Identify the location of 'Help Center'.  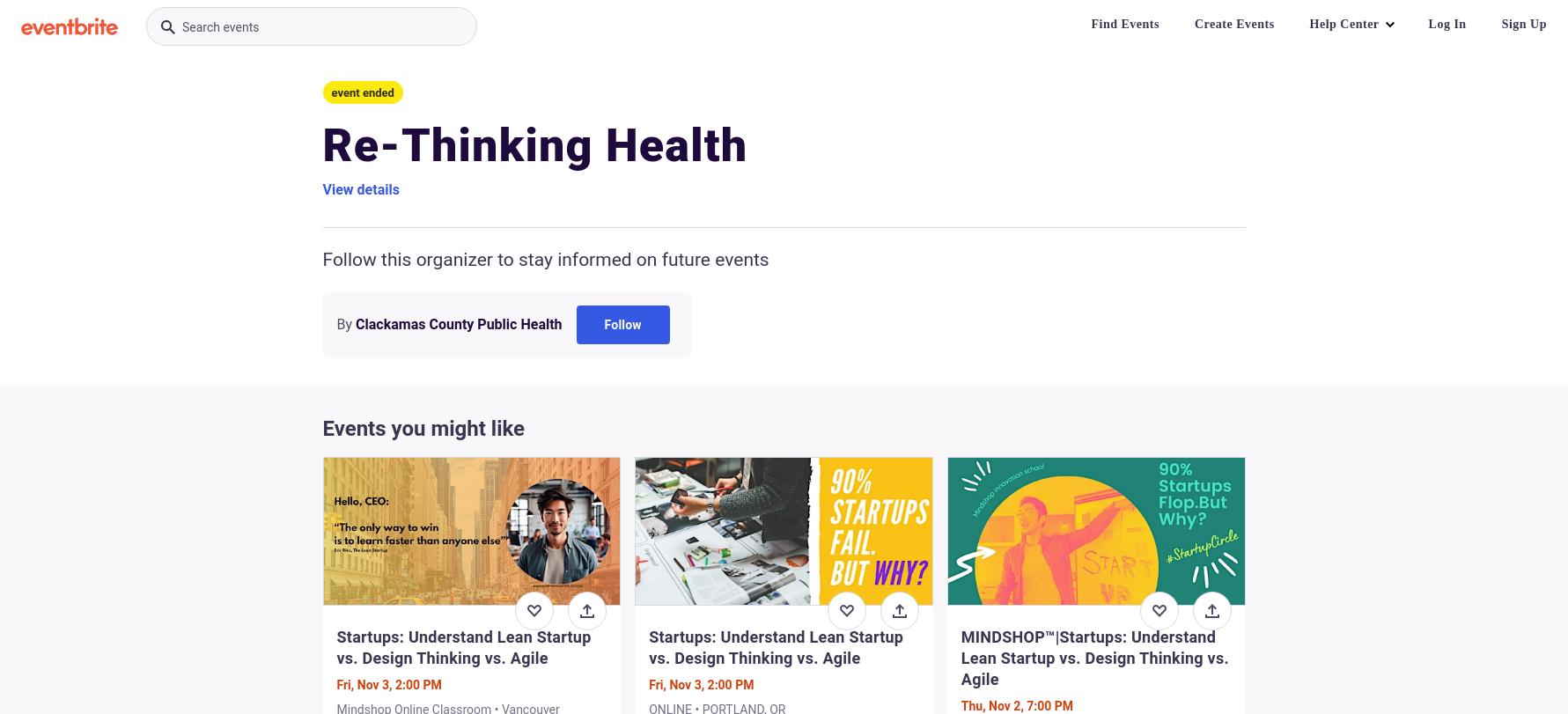
(1343, 24).